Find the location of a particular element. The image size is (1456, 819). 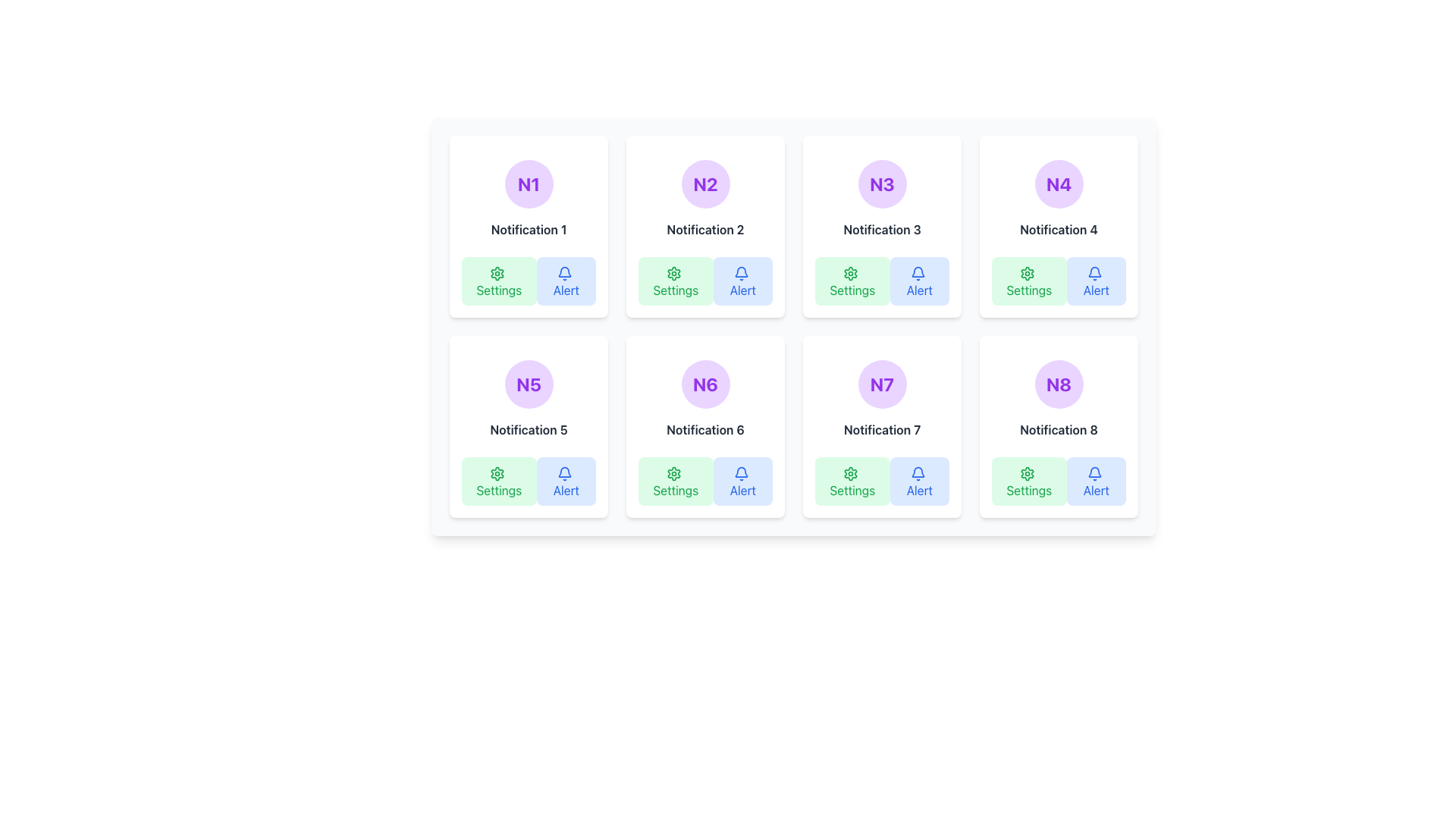

the leftmost button labeled 'Settings' in the 'Notification 4' card located in the first row of the grid layout is located at coordinates (1029, 281).